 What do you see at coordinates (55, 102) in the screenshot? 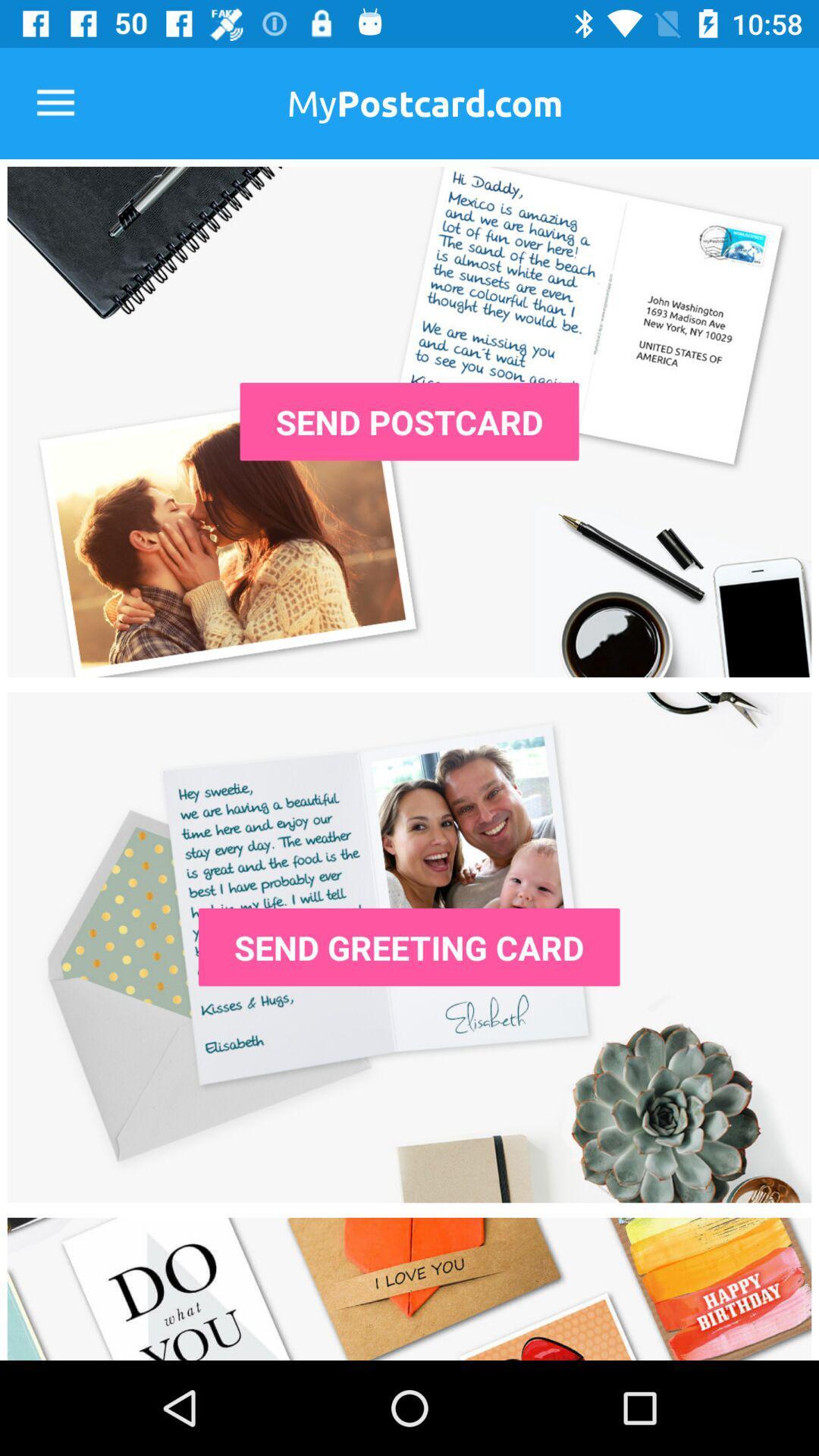
I see `the icon next to the mypostcard.com icon` at bounding box center [55, 102].